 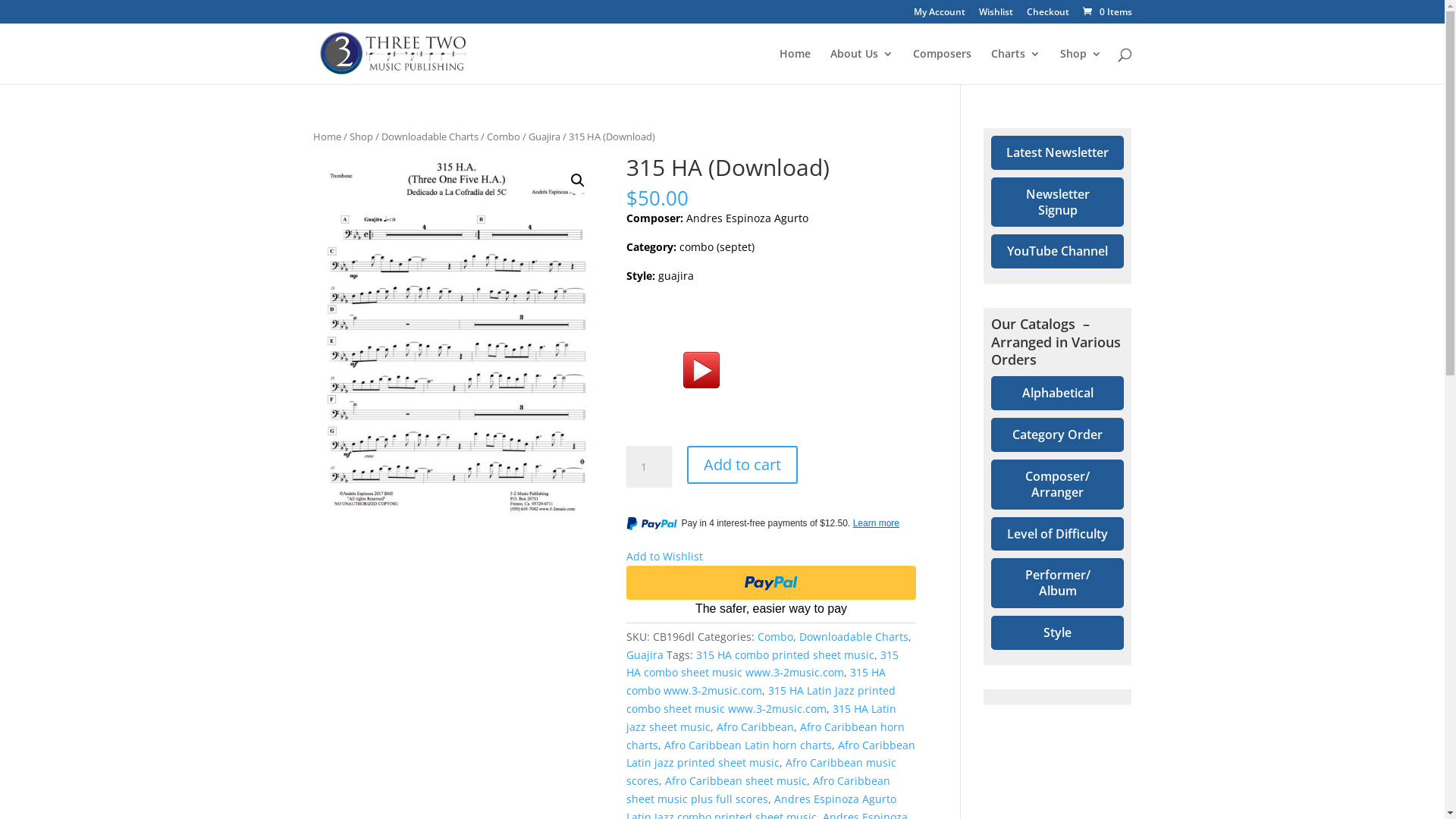 What do you see at coordinates (664, 556) in the screenshot?
I see `'Add to Wishlist'` at bounding box center [664, 556].